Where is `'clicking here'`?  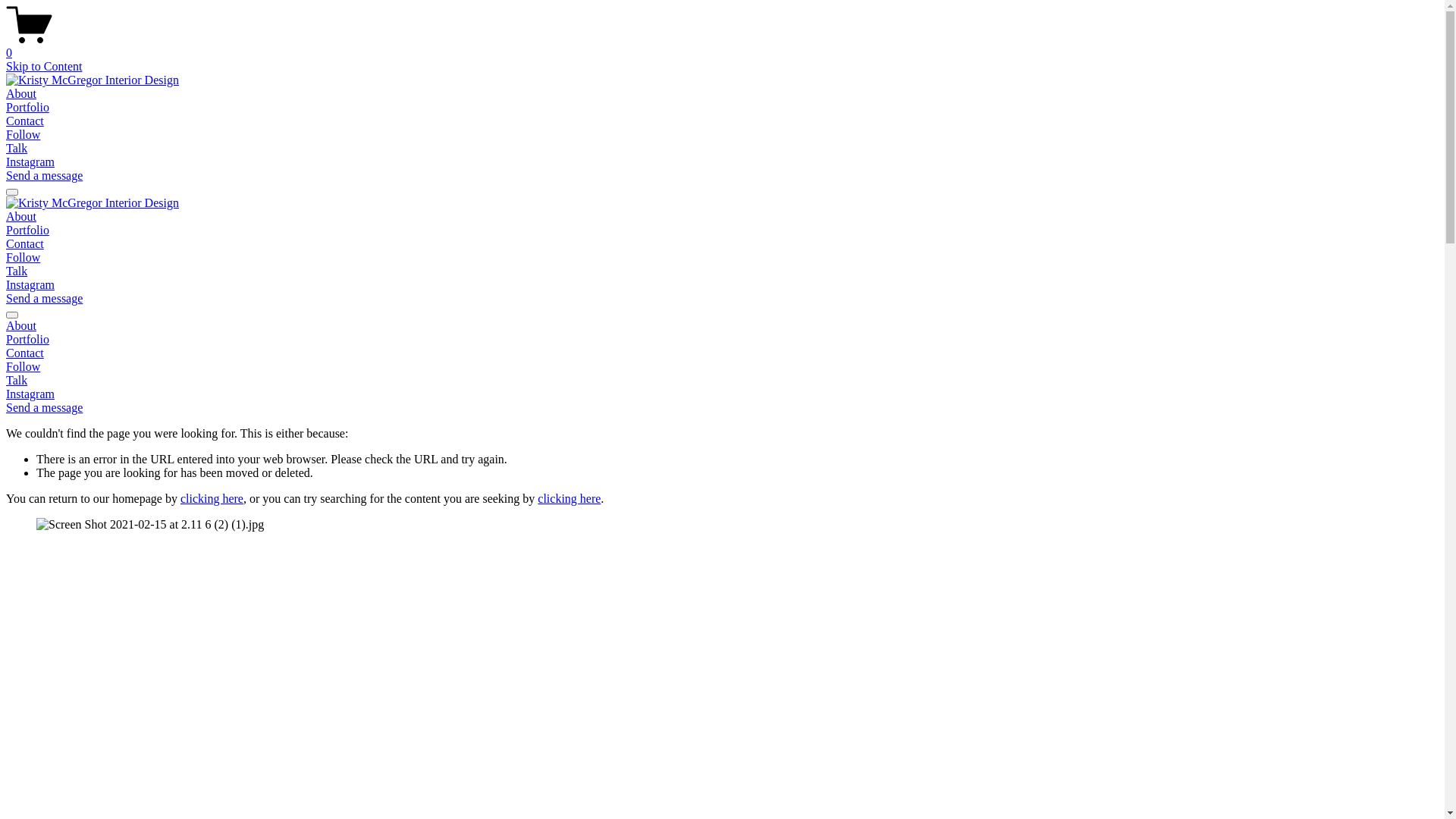
'clicking here' is located at coordinates (538, 498).